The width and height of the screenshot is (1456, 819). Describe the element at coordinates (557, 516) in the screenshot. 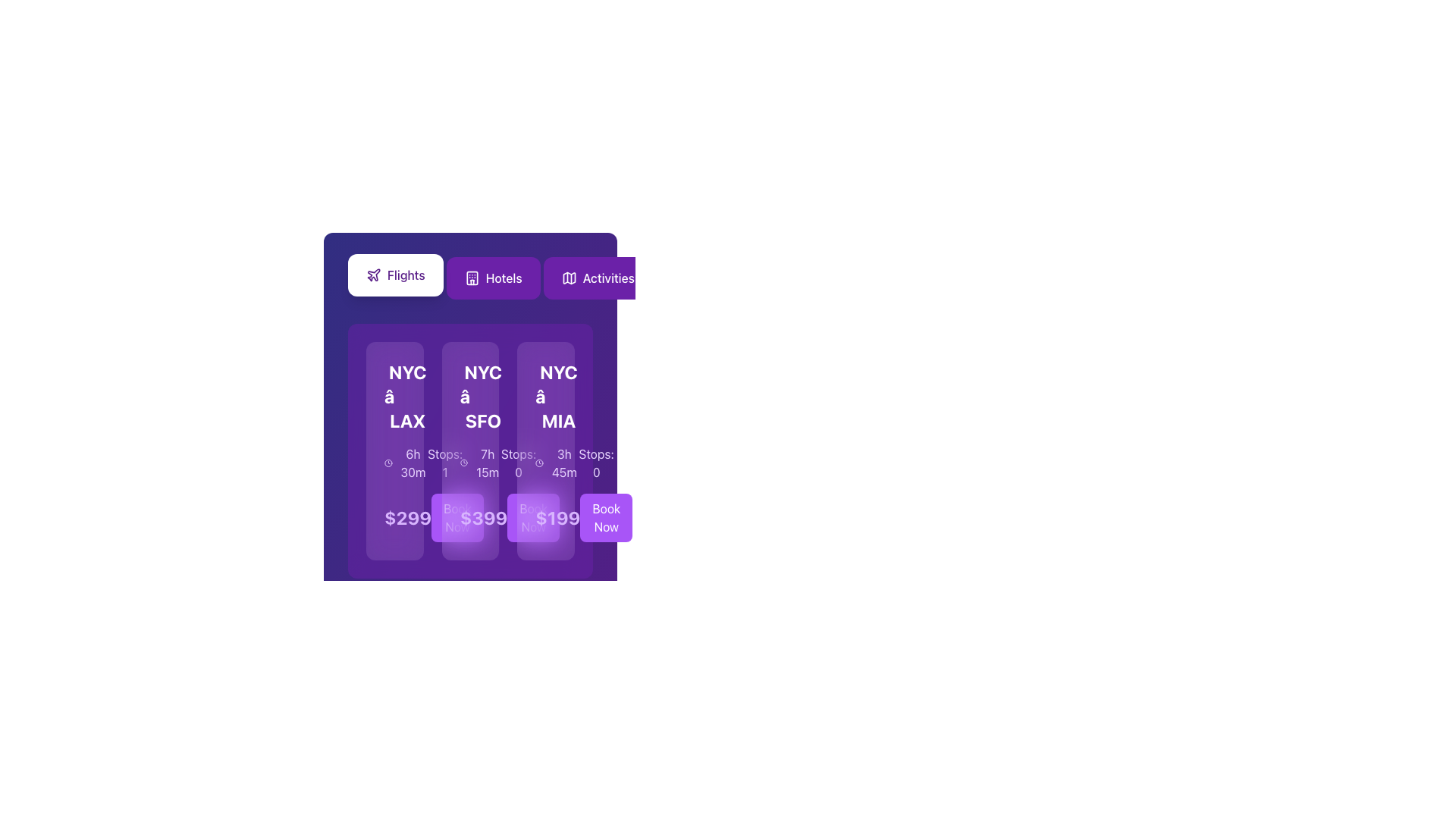

I see `the static text display element that shows the price '$199' in bold, large purple font, located to the left of the 'Book Now' button in the NYC-MIA flight option column` at that location.